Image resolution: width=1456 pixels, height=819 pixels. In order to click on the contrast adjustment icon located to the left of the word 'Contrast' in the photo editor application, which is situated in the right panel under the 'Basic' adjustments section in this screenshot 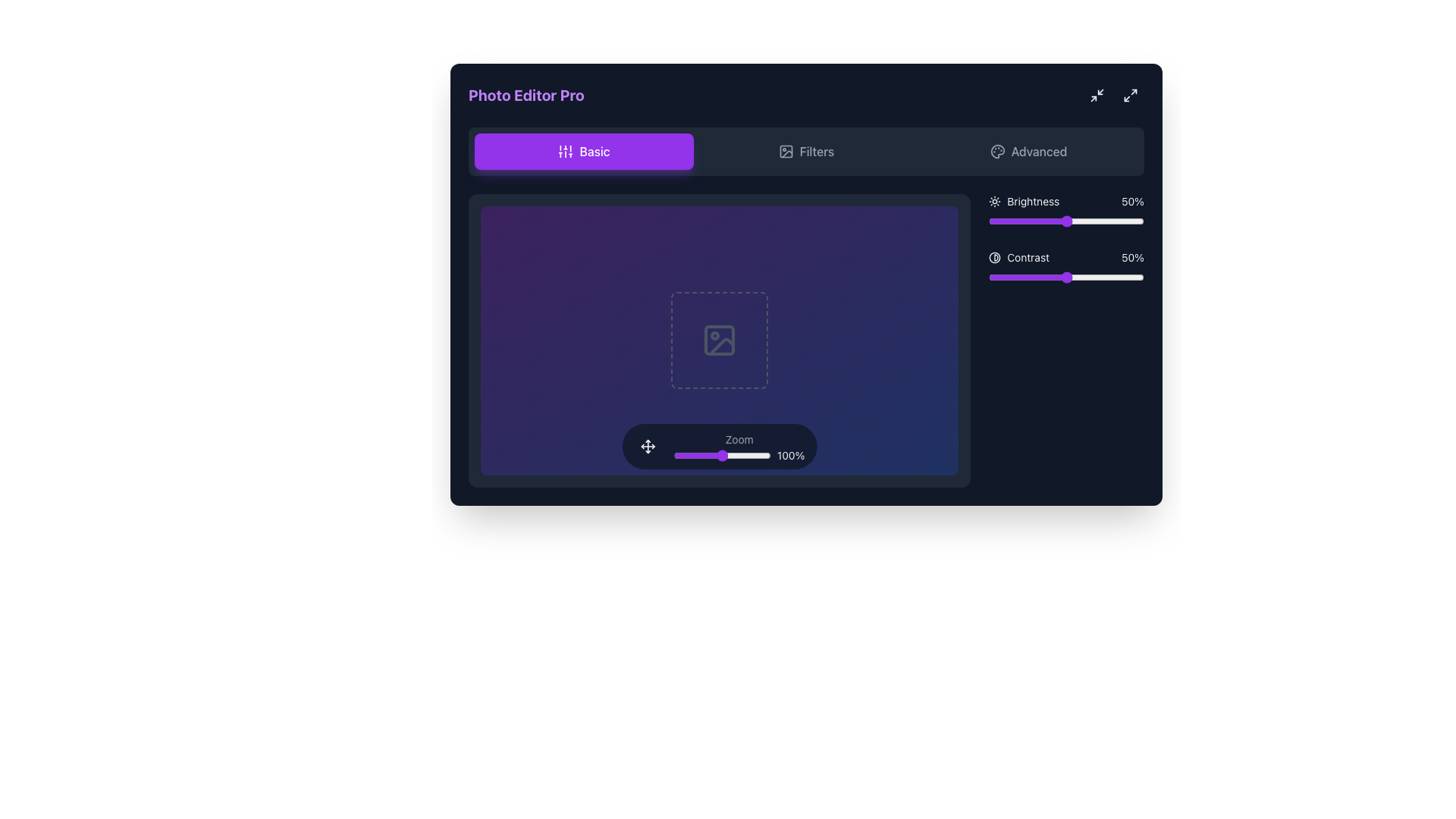, I will do `click(995, 256)`.